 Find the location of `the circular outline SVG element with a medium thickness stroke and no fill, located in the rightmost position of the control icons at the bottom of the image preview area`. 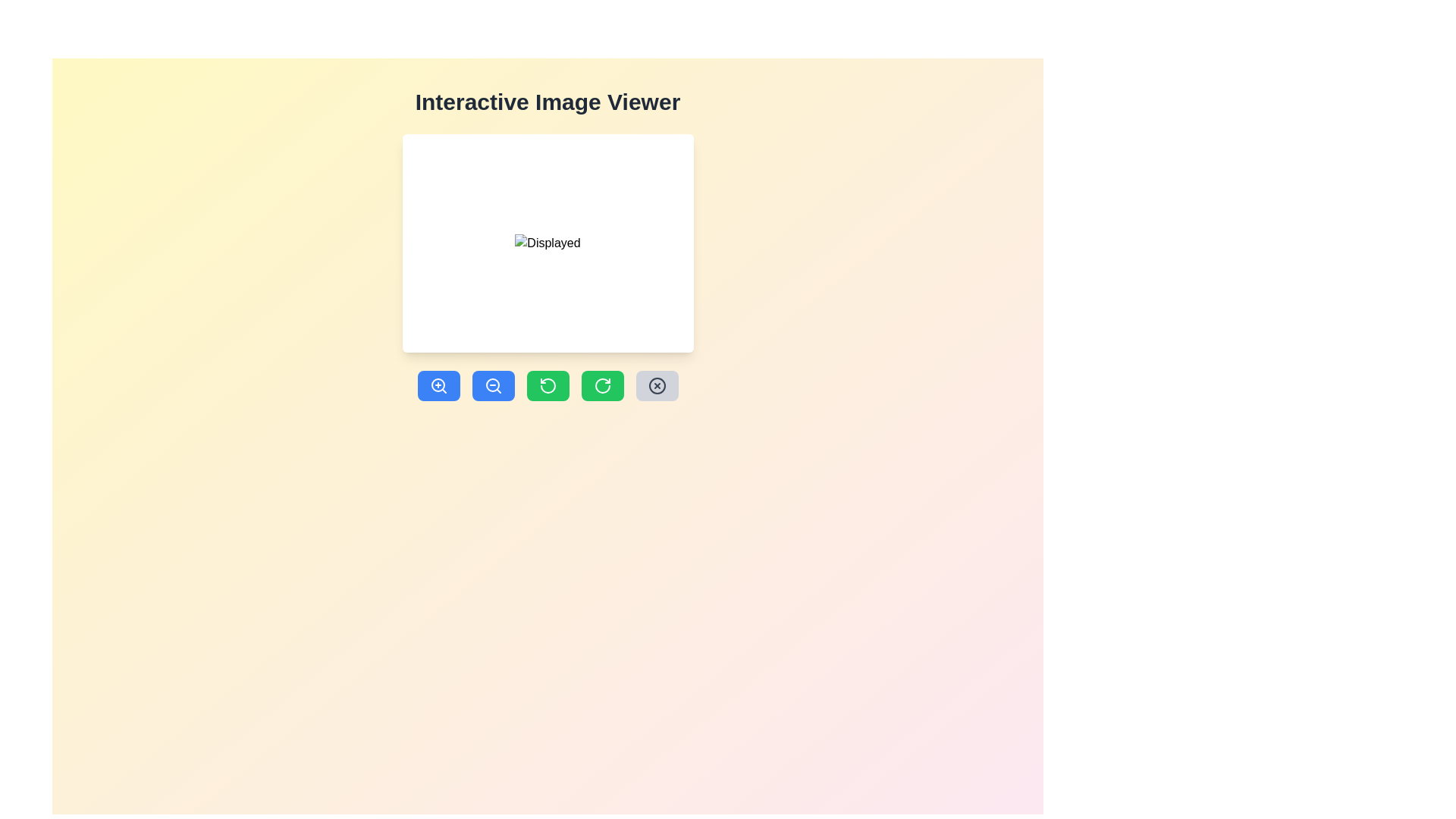

the circular outline SVG element with a medium thickness stroke and no fill, located in the rightmost position of the control icons at the bottom of the image preview area is located at coordinates (657, 385).